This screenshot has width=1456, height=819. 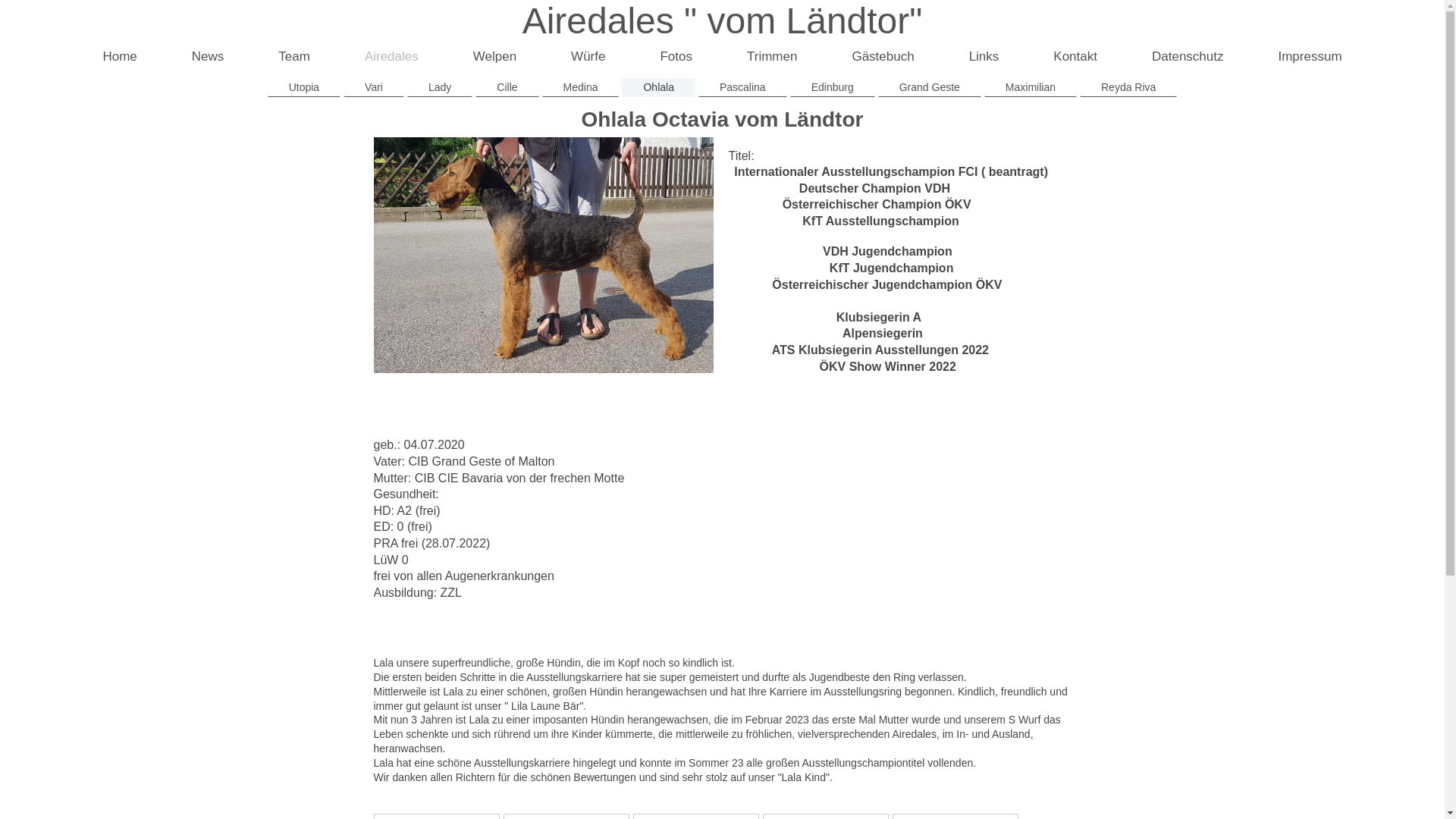 What do you see at coordinates (675, 57) in the screenshot?
I see `'Fotos'` at bounding box center [675, 57].